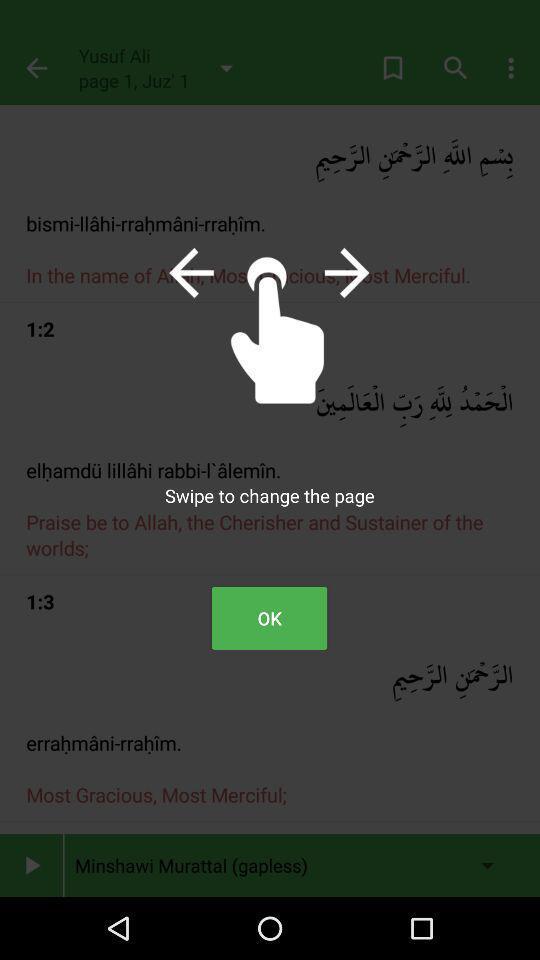 The image size is (540, 960). Describe the element at coordinates (269, 617) in the screenshot. I see `ok` at that location.